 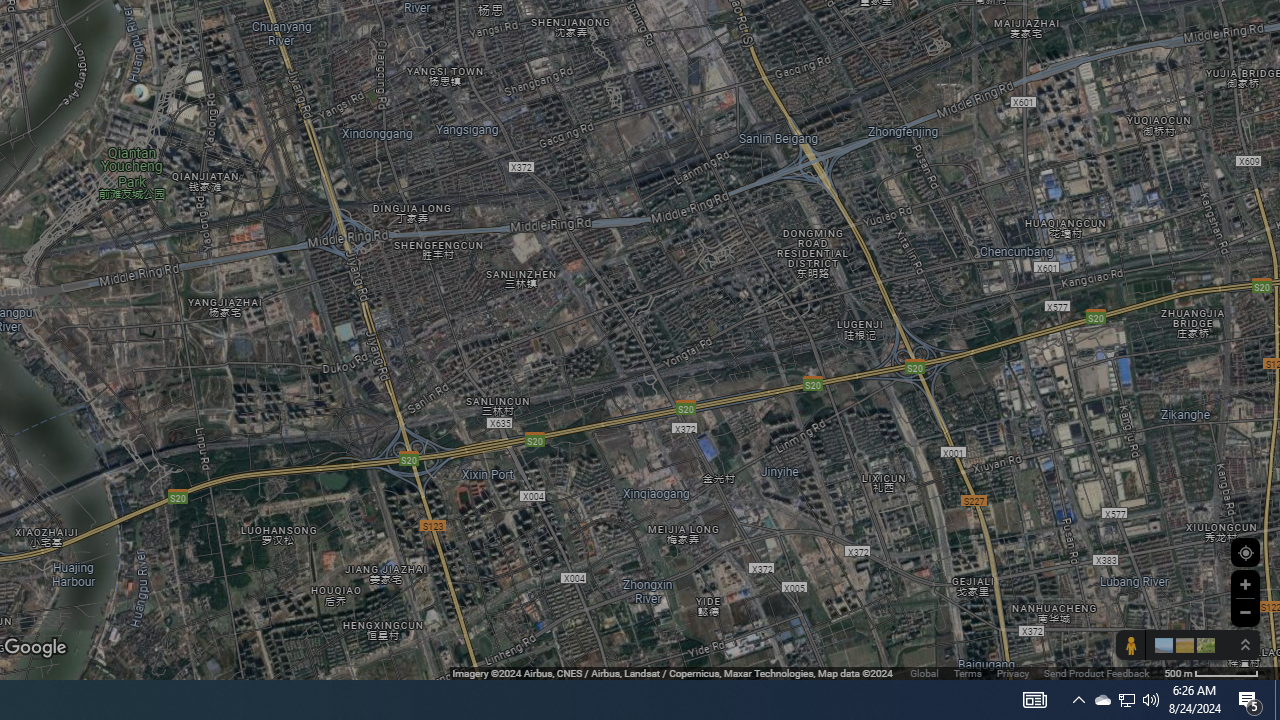 I want to click on 'Send Product Feedback', so click(x=1095, y=673).